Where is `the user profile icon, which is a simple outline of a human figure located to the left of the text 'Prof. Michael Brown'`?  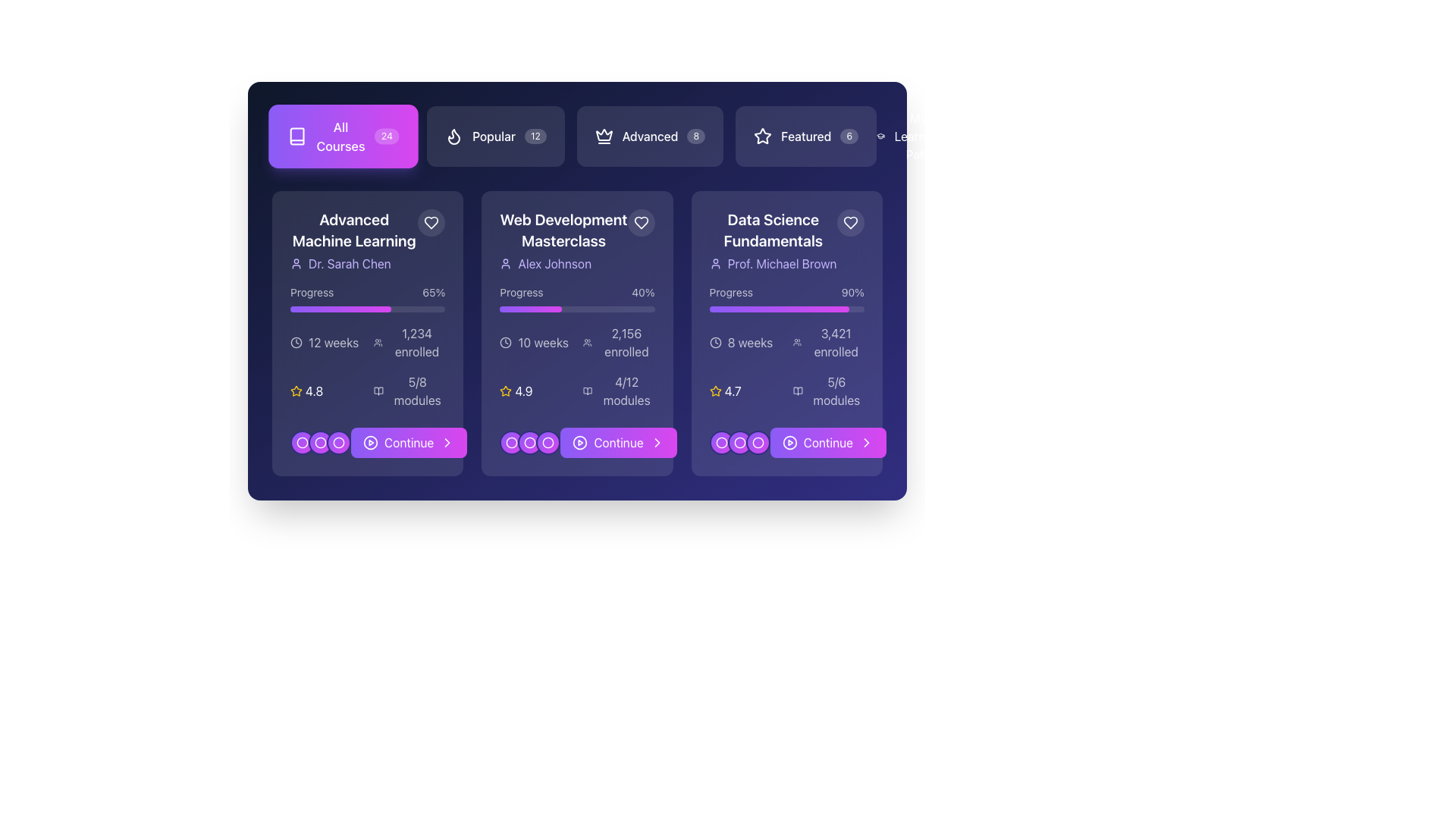
the user profile icon, which is a simple outline of a human figure located to the left of the text 'Prof. Michael Brown' is located at coordinates (714, 262).